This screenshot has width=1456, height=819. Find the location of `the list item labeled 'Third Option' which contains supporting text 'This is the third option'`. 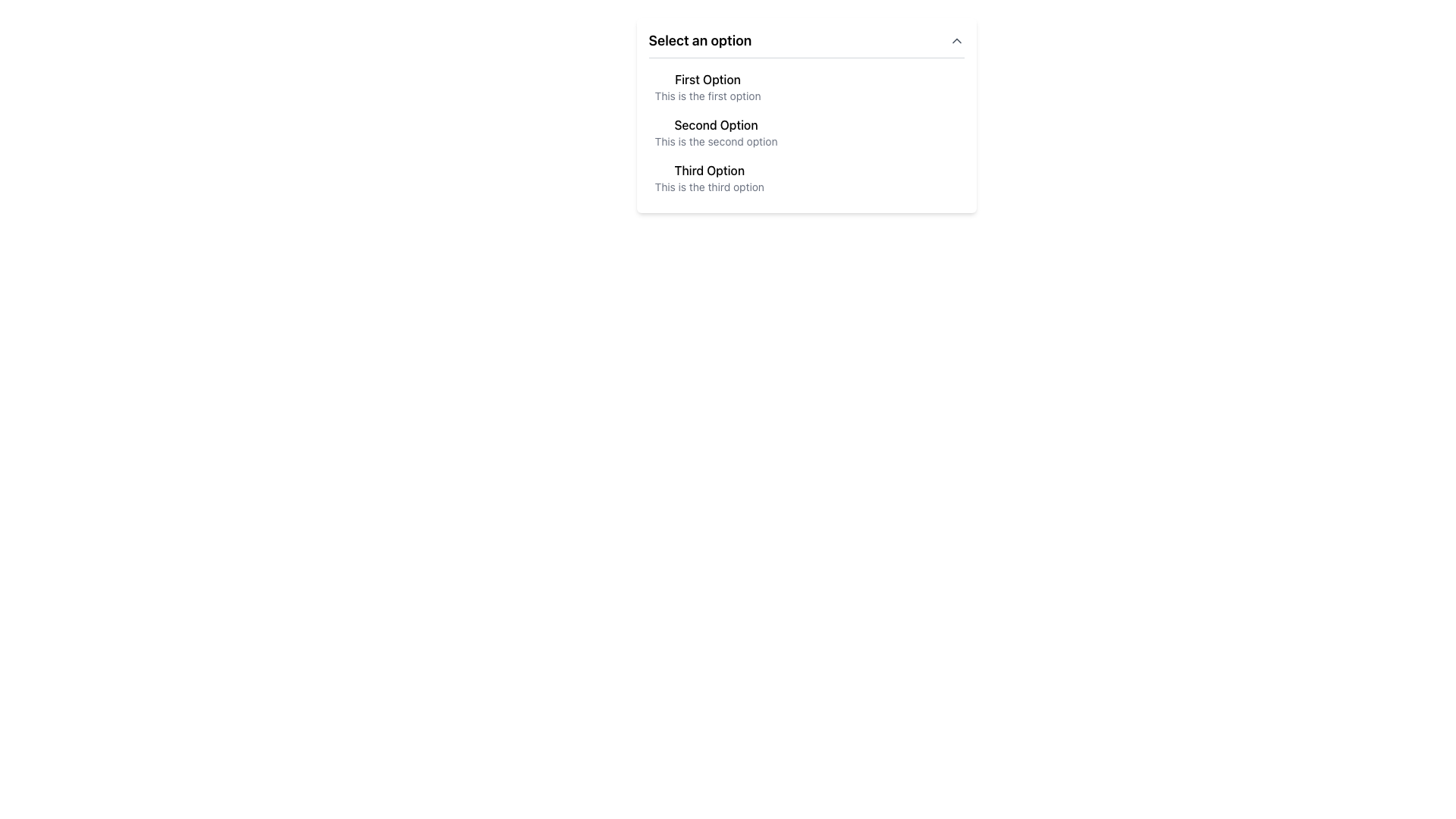

the list item labeled 'Third Option' which contains supporting text 'This is the third option' is located at coordinates (708, 177).